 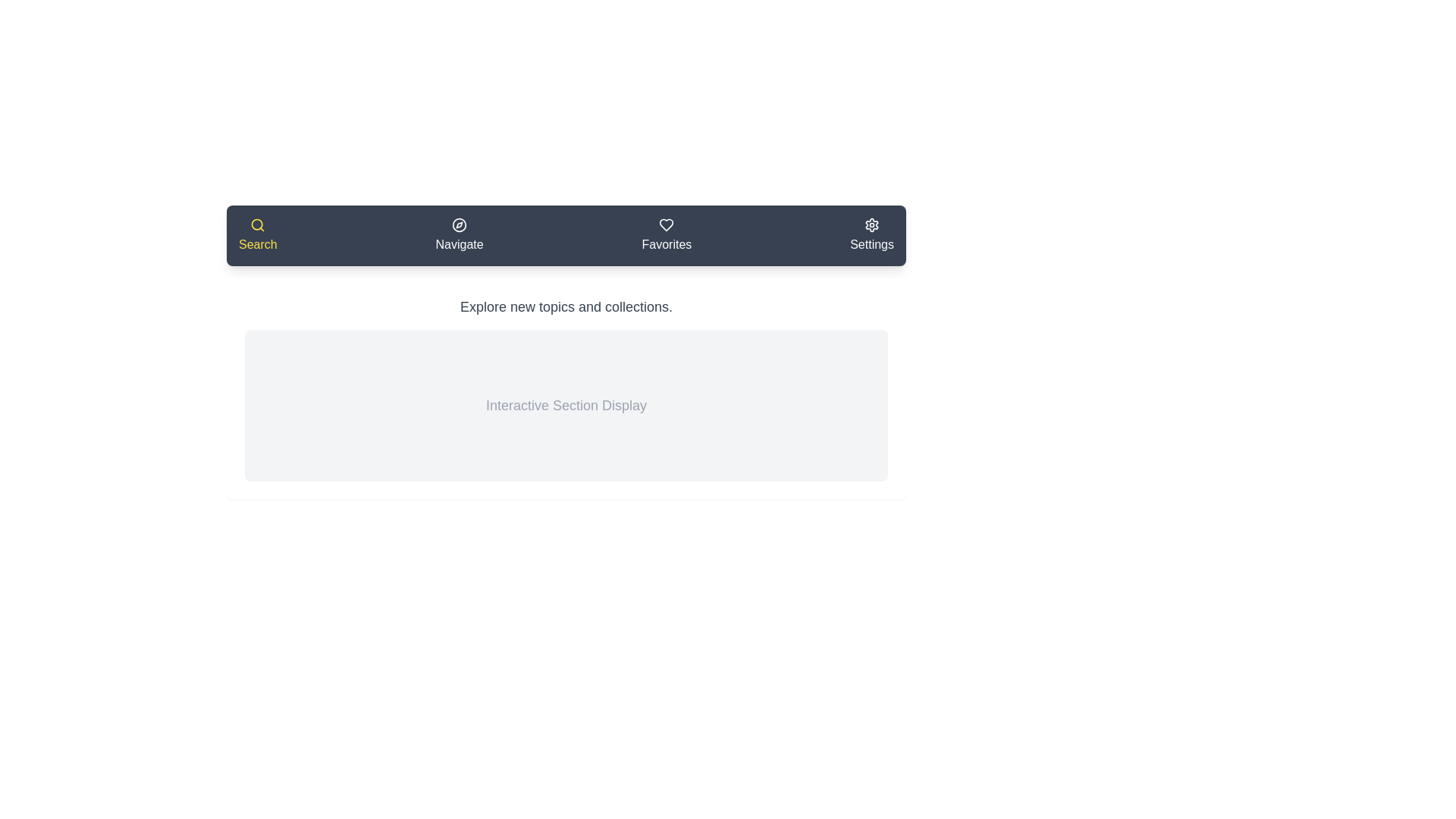 What do you see at coordinates (458, 236) in the screenshot?
I see `the Navigate tab to switch to its section` at bounding box center [458, 236].